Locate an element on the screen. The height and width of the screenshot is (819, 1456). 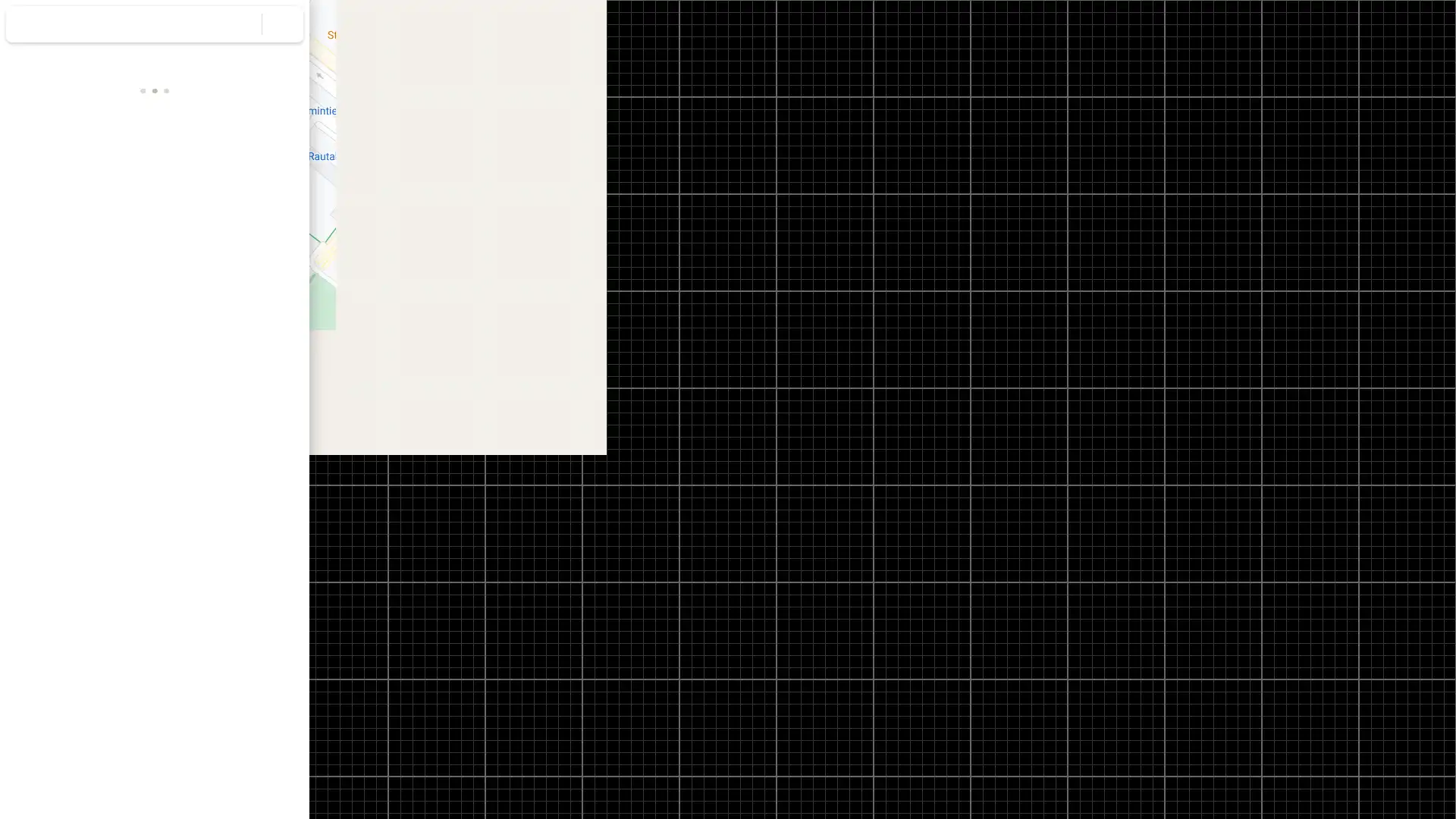
Clear search is located at coordinates (283, 24).